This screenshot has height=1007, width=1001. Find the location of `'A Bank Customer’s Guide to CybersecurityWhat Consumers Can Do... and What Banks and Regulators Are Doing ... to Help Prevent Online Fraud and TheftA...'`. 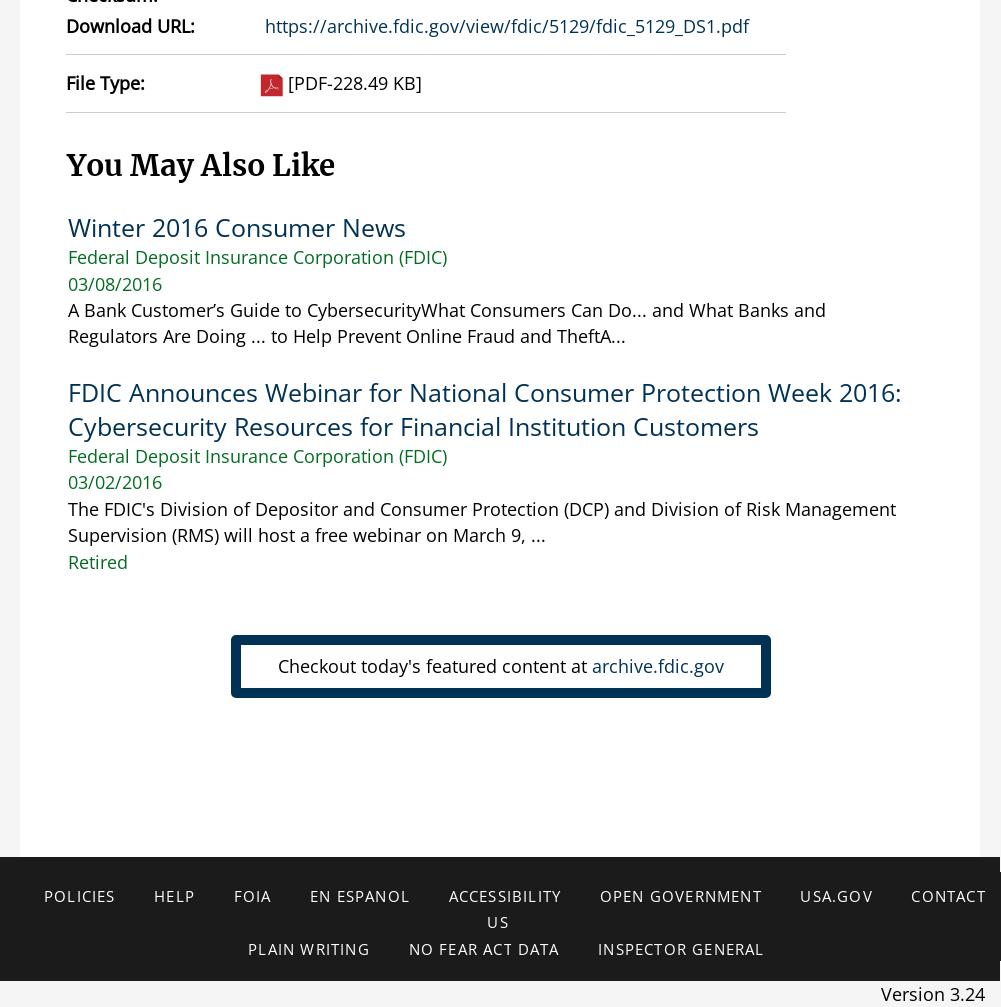

'A Bank Customer’s Guide to CybersecurityWhat Consumers Can Do... and What Banks and Regulators Are Doing ... to Help Prevent Online Fraud and TheftA...' is located at coordinates (446, 323).